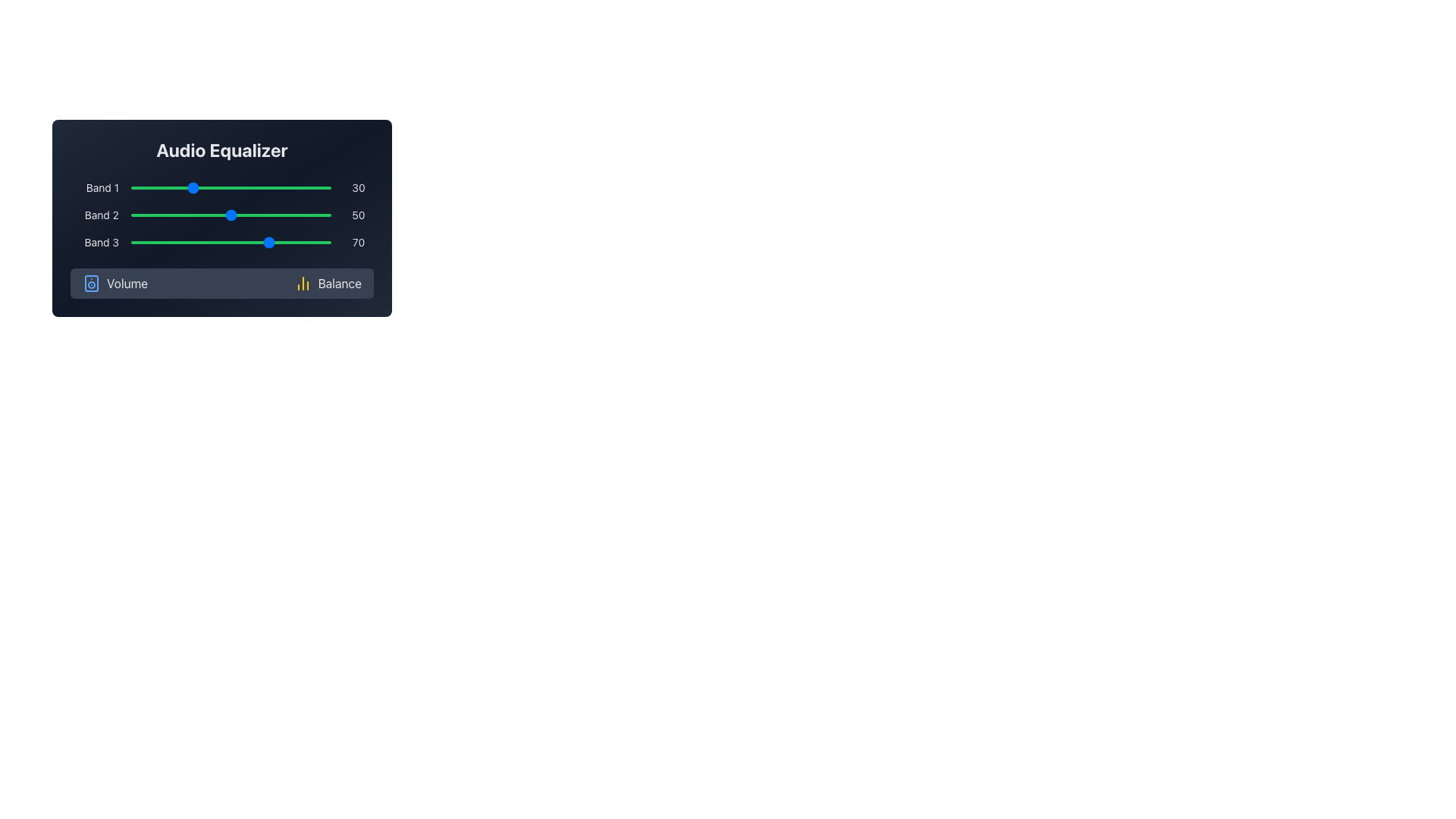 This screenshot has width=1456, height=819. Describe the element at coordinates (306, 215) in the screenshot. I see `the frequency slider` at that location.